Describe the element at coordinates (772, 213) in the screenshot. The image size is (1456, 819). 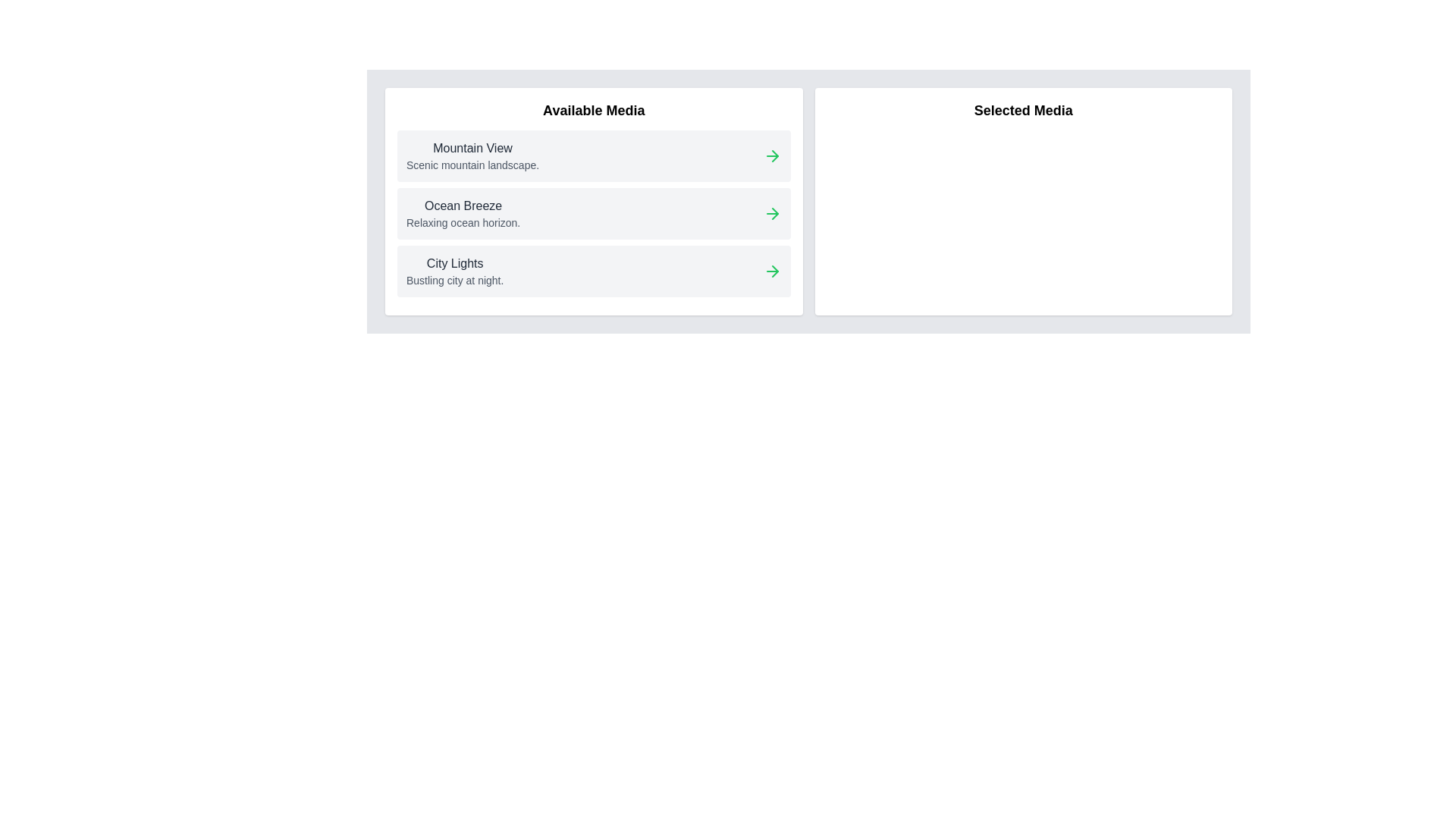
I see `green arrow next to the item Ocean Breeze to transfer it to the 'Selected Media' section` at that location.